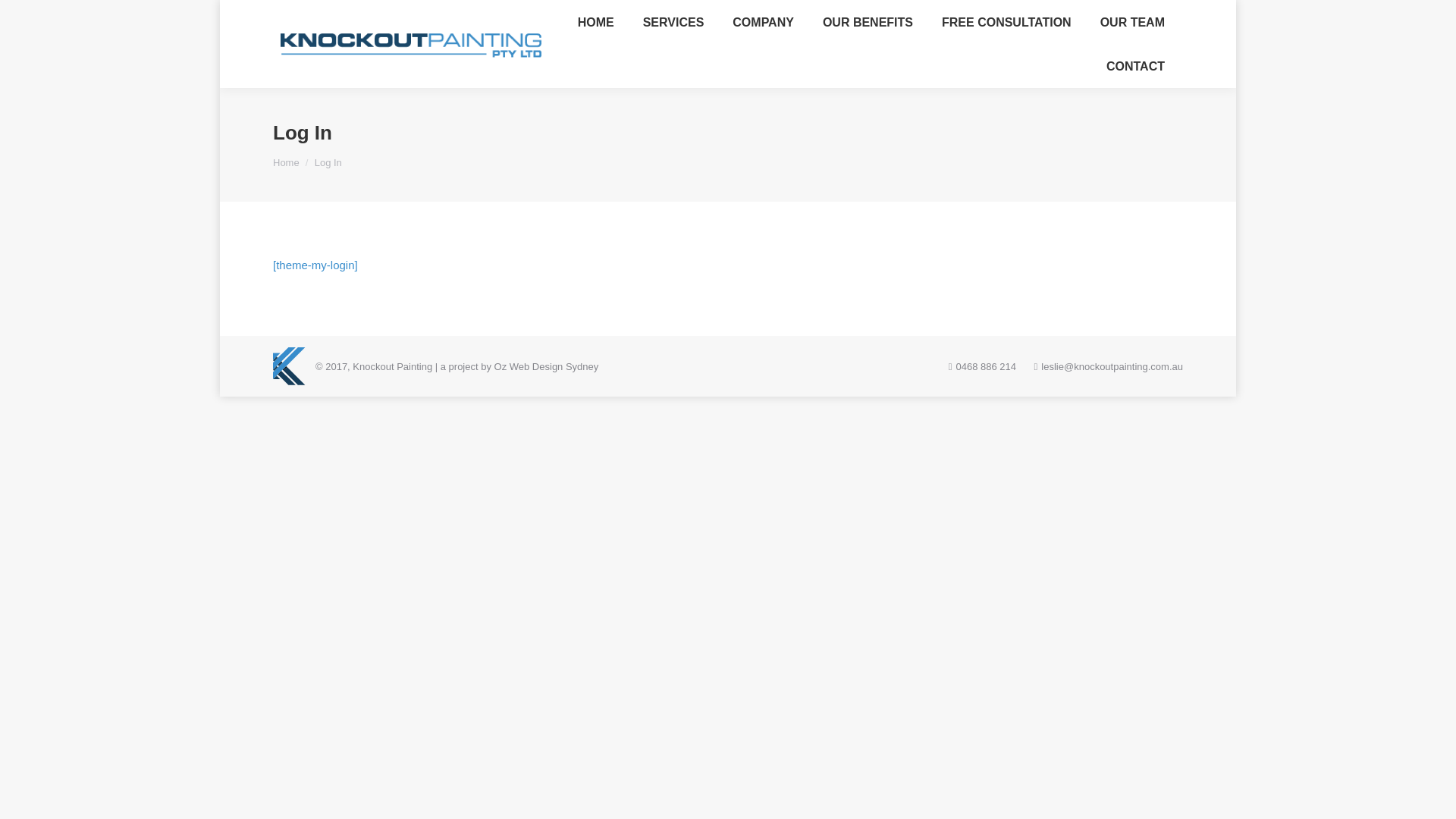 The height and width of the screenshot is (819, 1456). What do you see at coordinates (566, 22) in the screenshot?
I see `'HOME'` at bounding box center [566, 22].